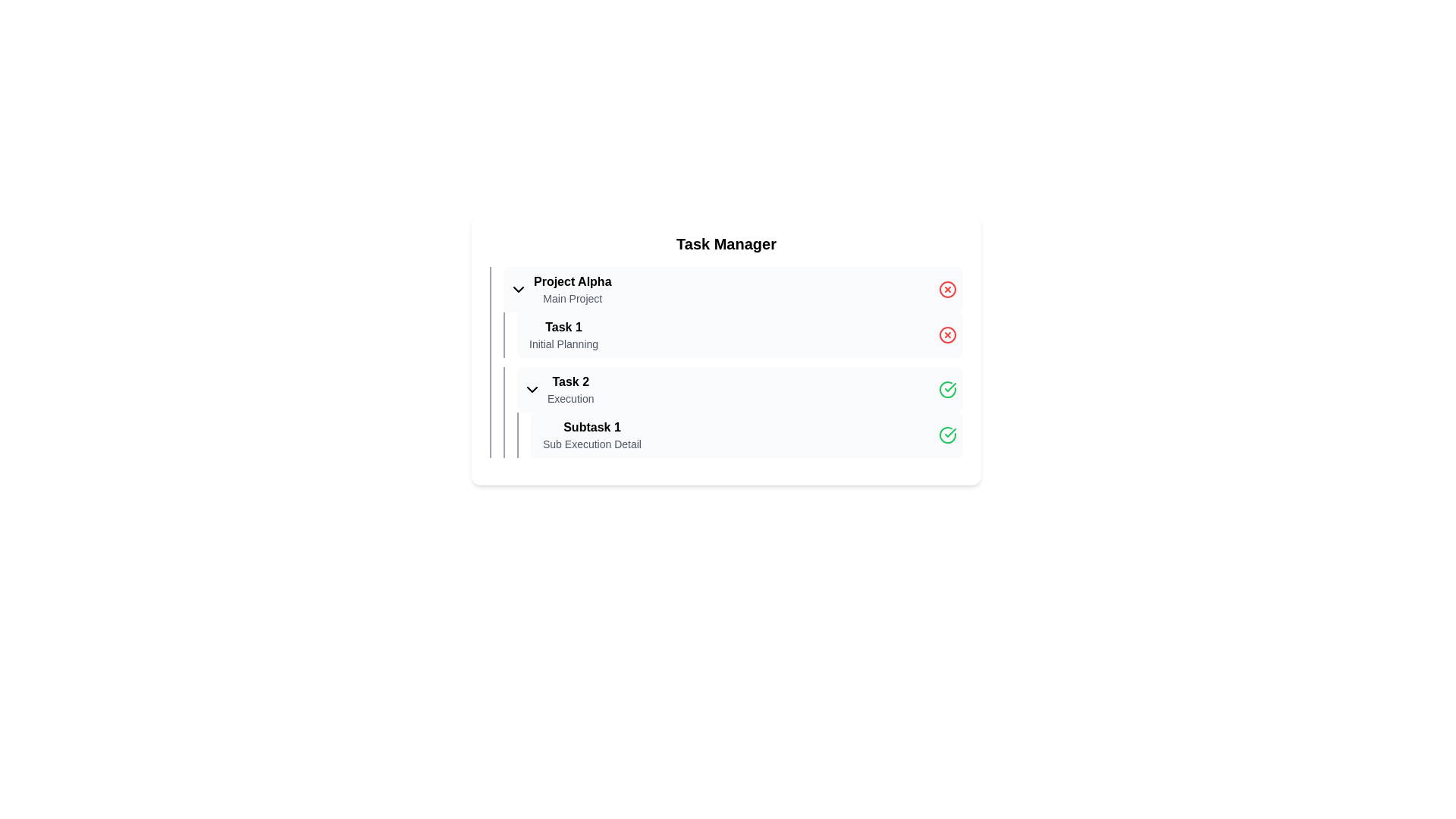 Image resolution: width=1456 pixels, height=819 pixels. What do you see at coordinates (733, 412) in the screenshot?
I see `the task item in the task management interface` at bounding box center [733, 412].